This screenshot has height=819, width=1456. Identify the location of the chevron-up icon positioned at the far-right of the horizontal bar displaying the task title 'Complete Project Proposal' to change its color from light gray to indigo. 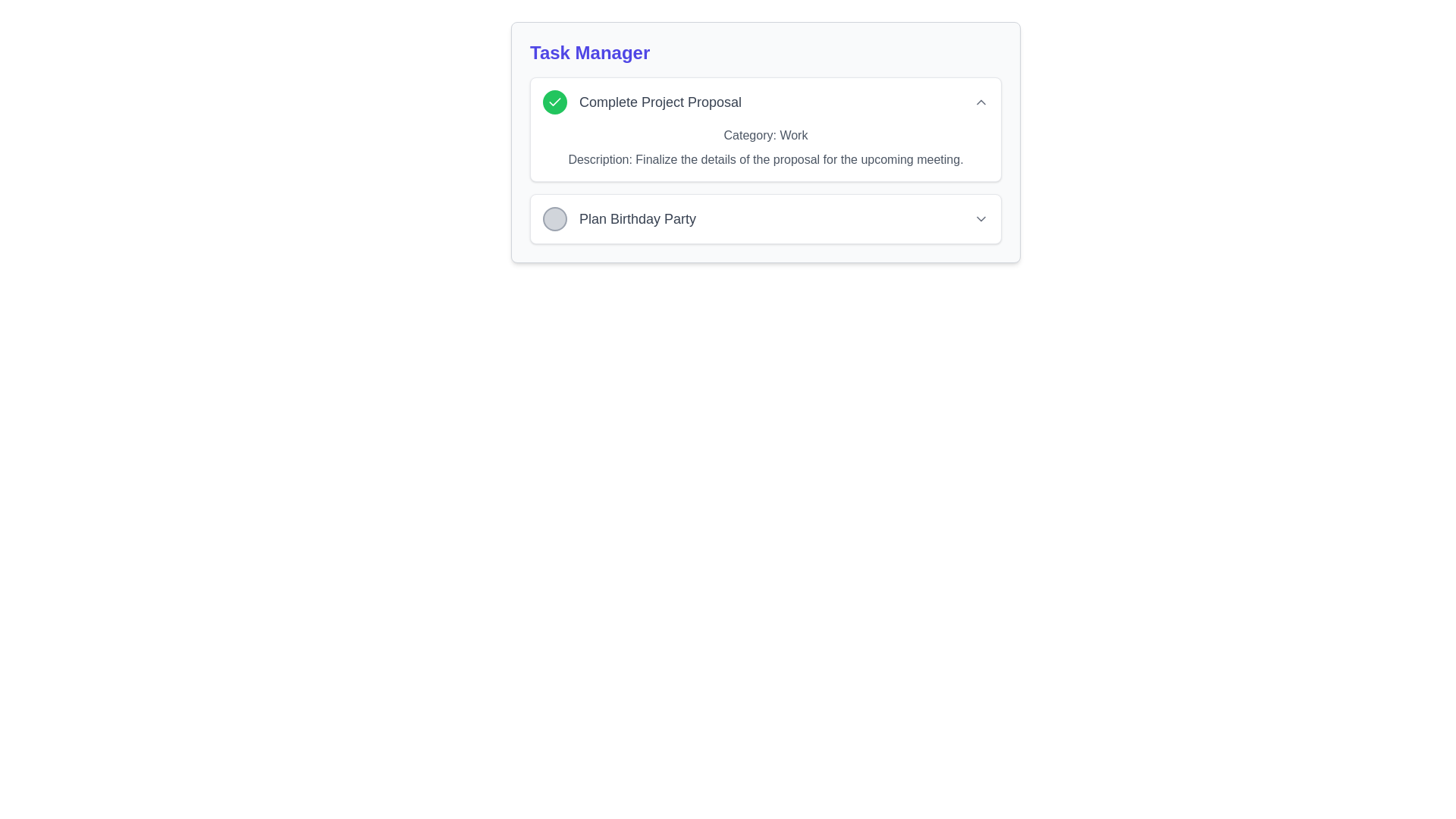
(981, 102).